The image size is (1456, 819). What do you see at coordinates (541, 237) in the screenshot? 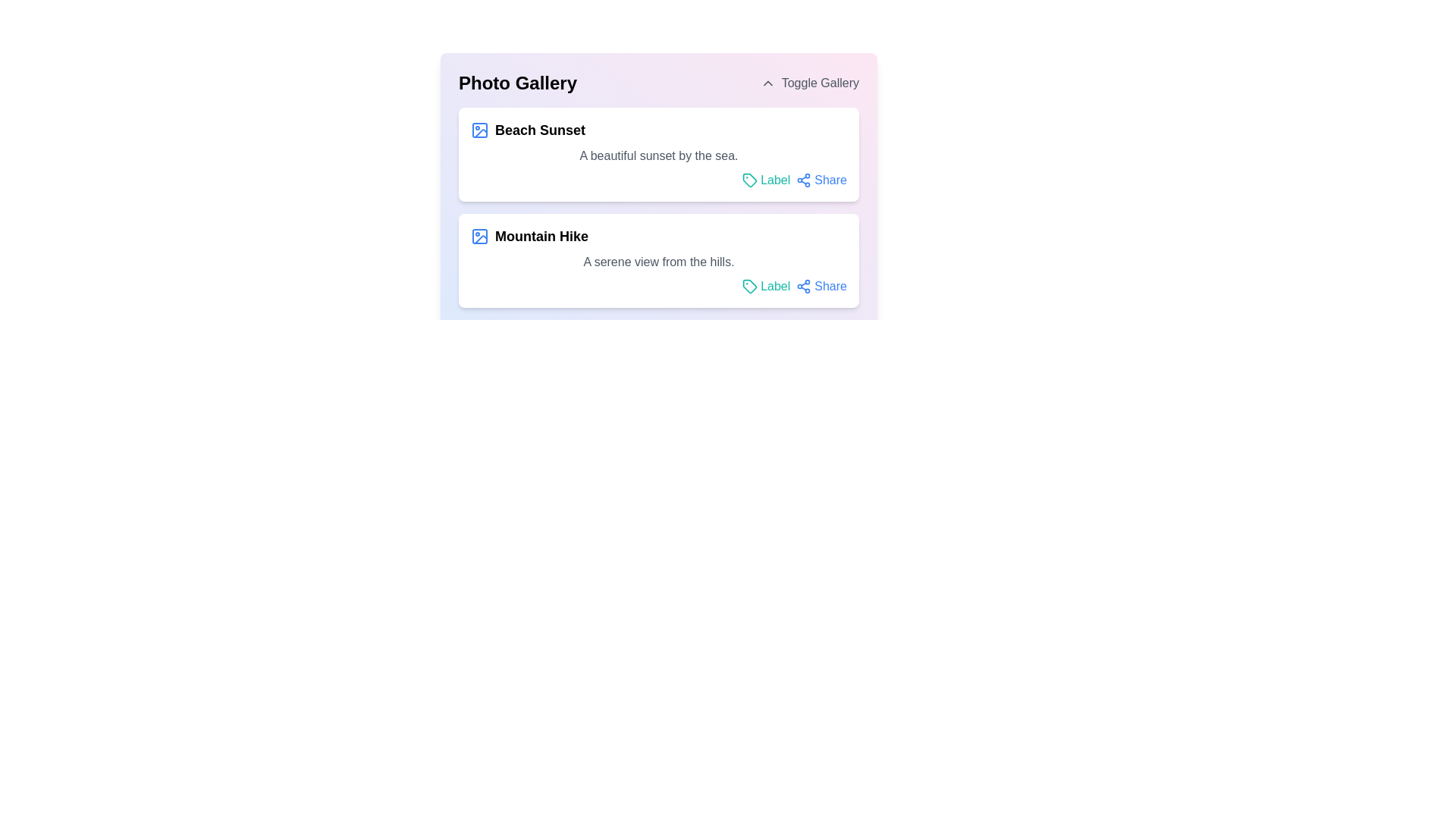
I see `the 'Mountain Hike' text label in the Photo Gallery section, which serves as the title for the second item in the list and is located to the right of a blue photo icon` at bounding box center [541, 237].